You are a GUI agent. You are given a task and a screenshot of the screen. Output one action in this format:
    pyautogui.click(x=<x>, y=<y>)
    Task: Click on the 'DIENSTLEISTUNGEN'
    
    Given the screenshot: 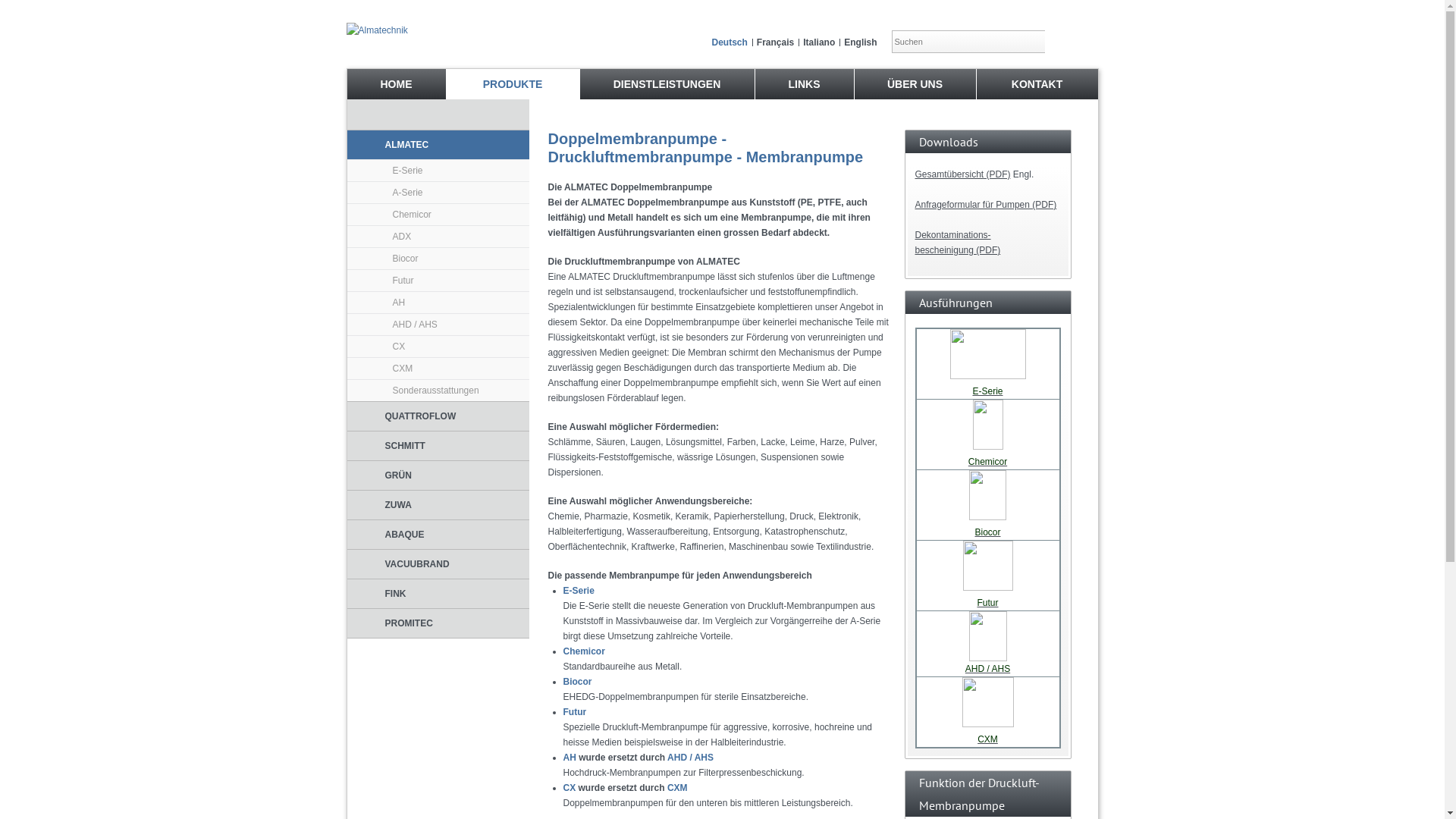 What is the action you would take?
    pyautogui.click(x=666, y=84)
    